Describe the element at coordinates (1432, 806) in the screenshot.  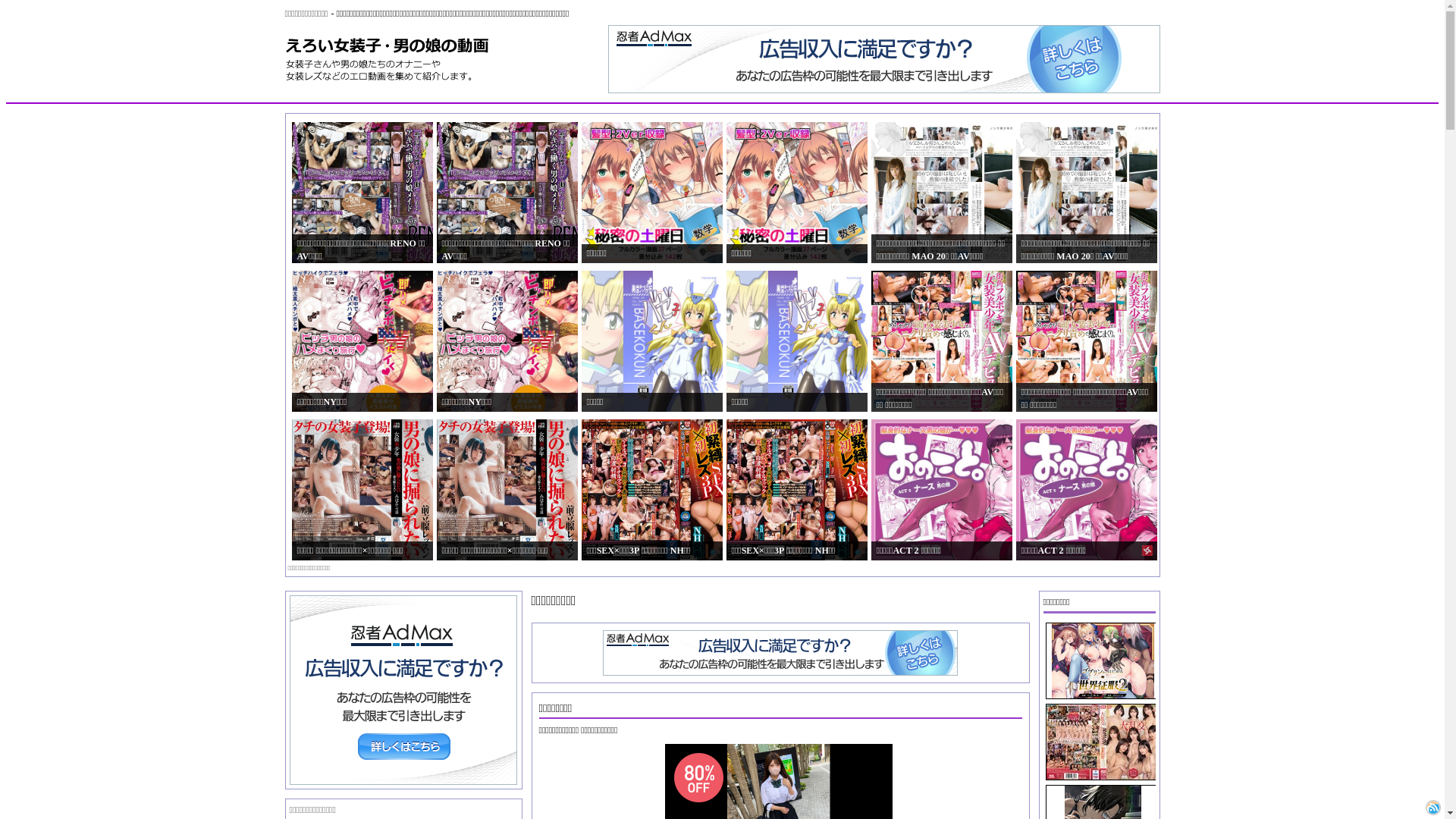
I see `'Blozoo'` at that location.